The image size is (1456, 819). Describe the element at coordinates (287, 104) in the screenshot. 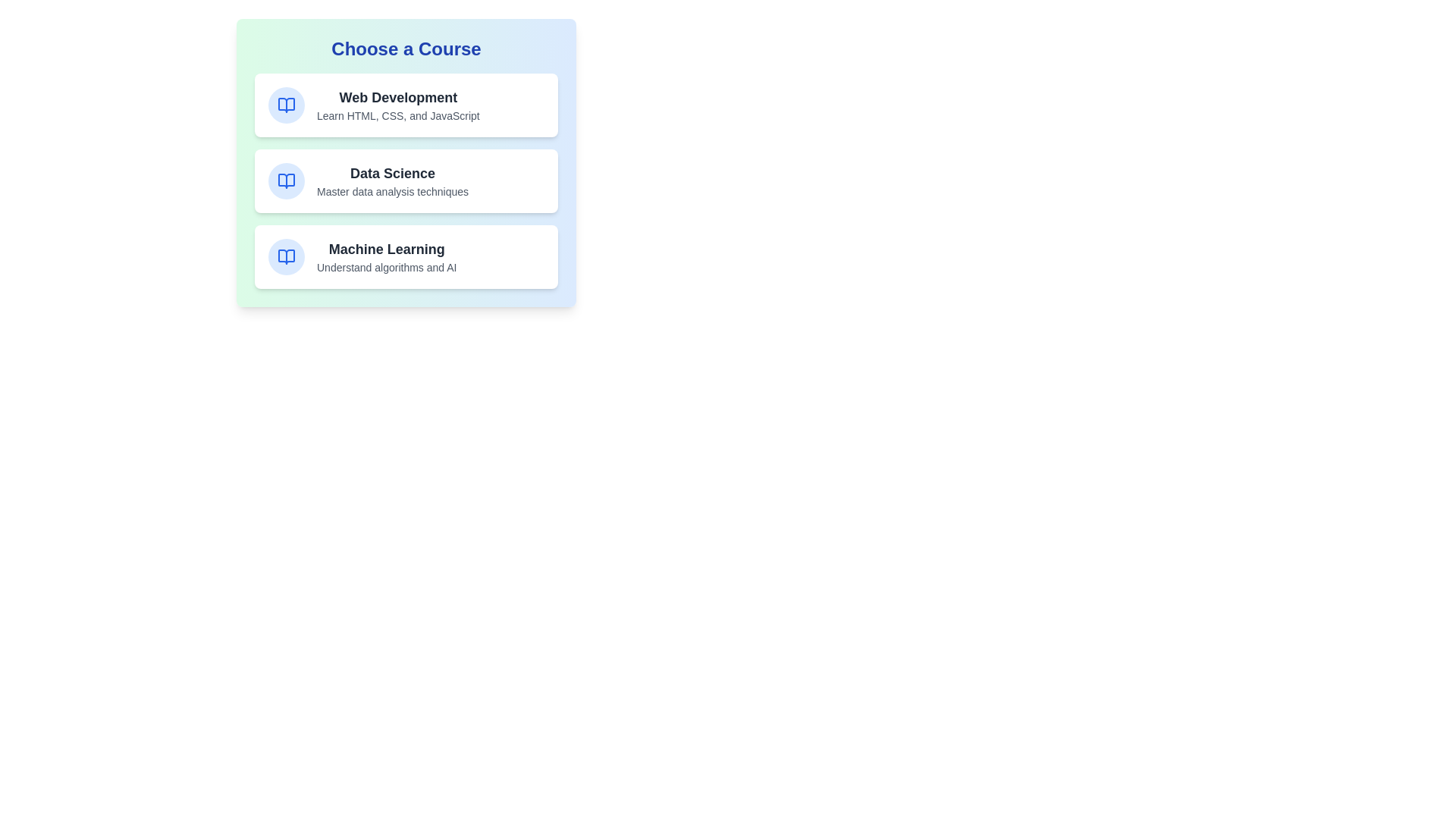

I see `the open book SVG icon next to the 'Web Development' course title in the 'Choose a Course' section` at that location.